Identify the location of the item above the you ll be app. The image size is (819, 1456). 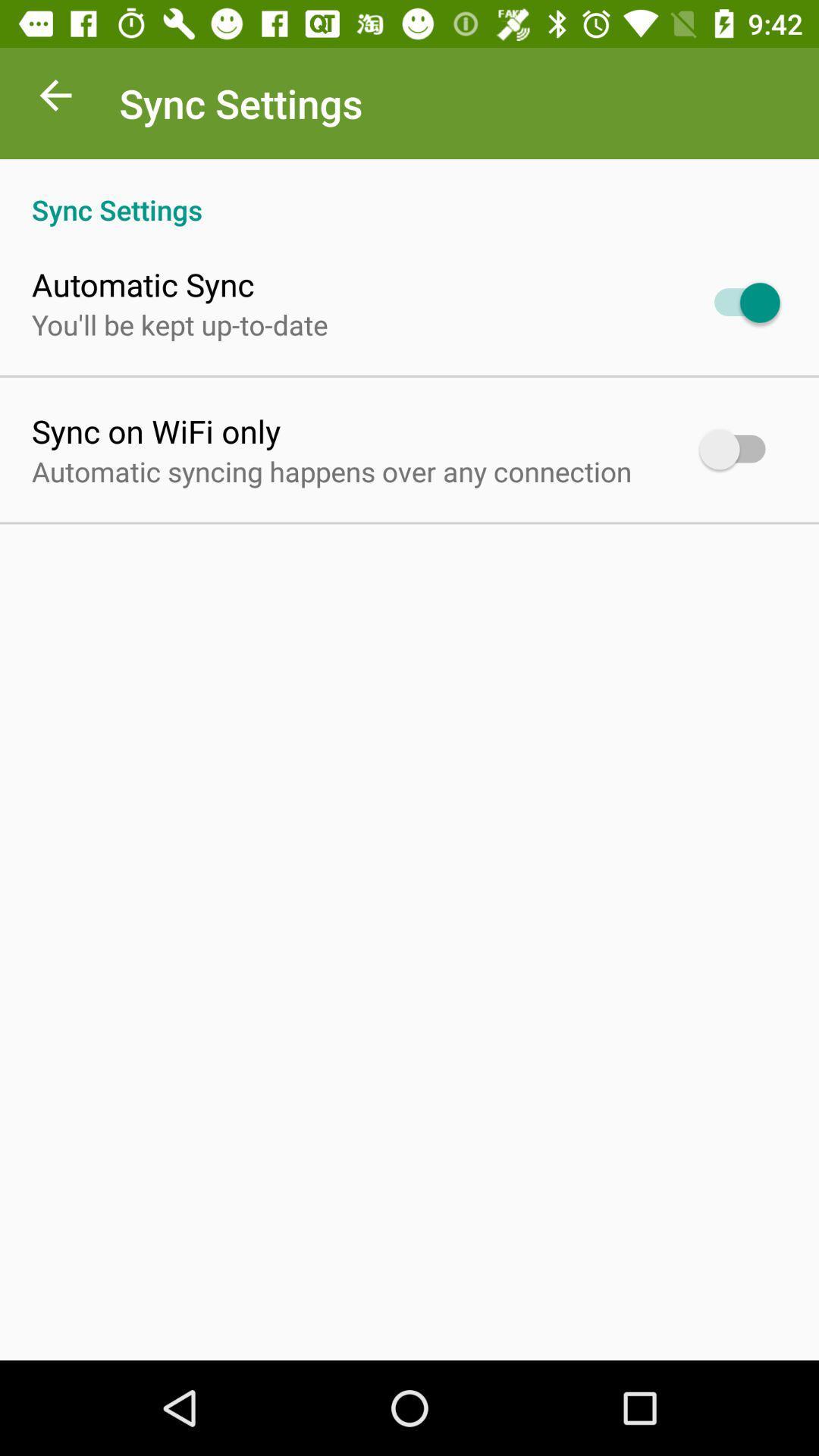
(143, 284).